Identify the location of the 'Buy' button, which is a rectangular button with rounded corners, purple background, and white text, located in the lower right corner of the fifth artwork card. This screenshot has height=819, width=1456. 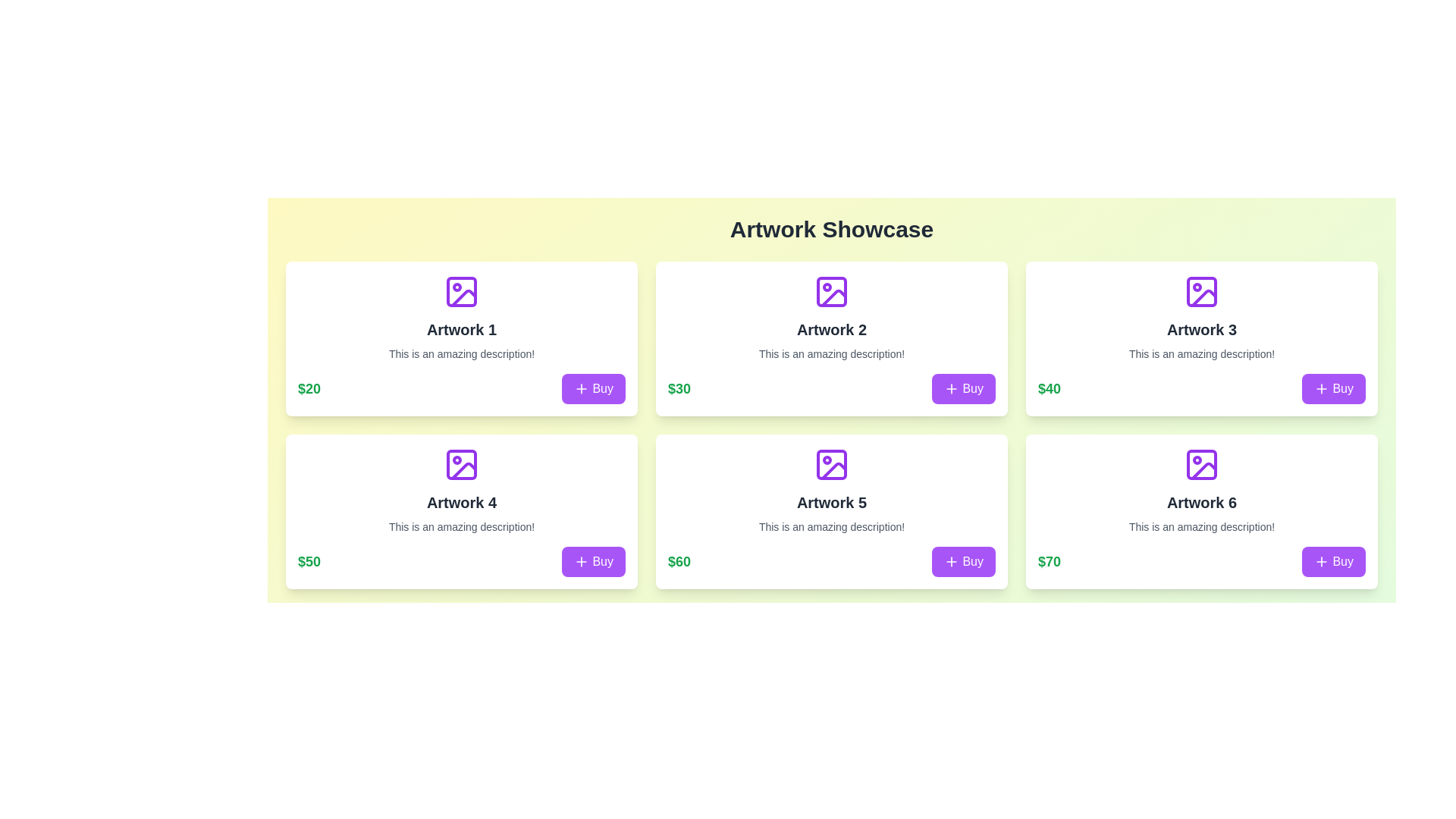
(963, 561).